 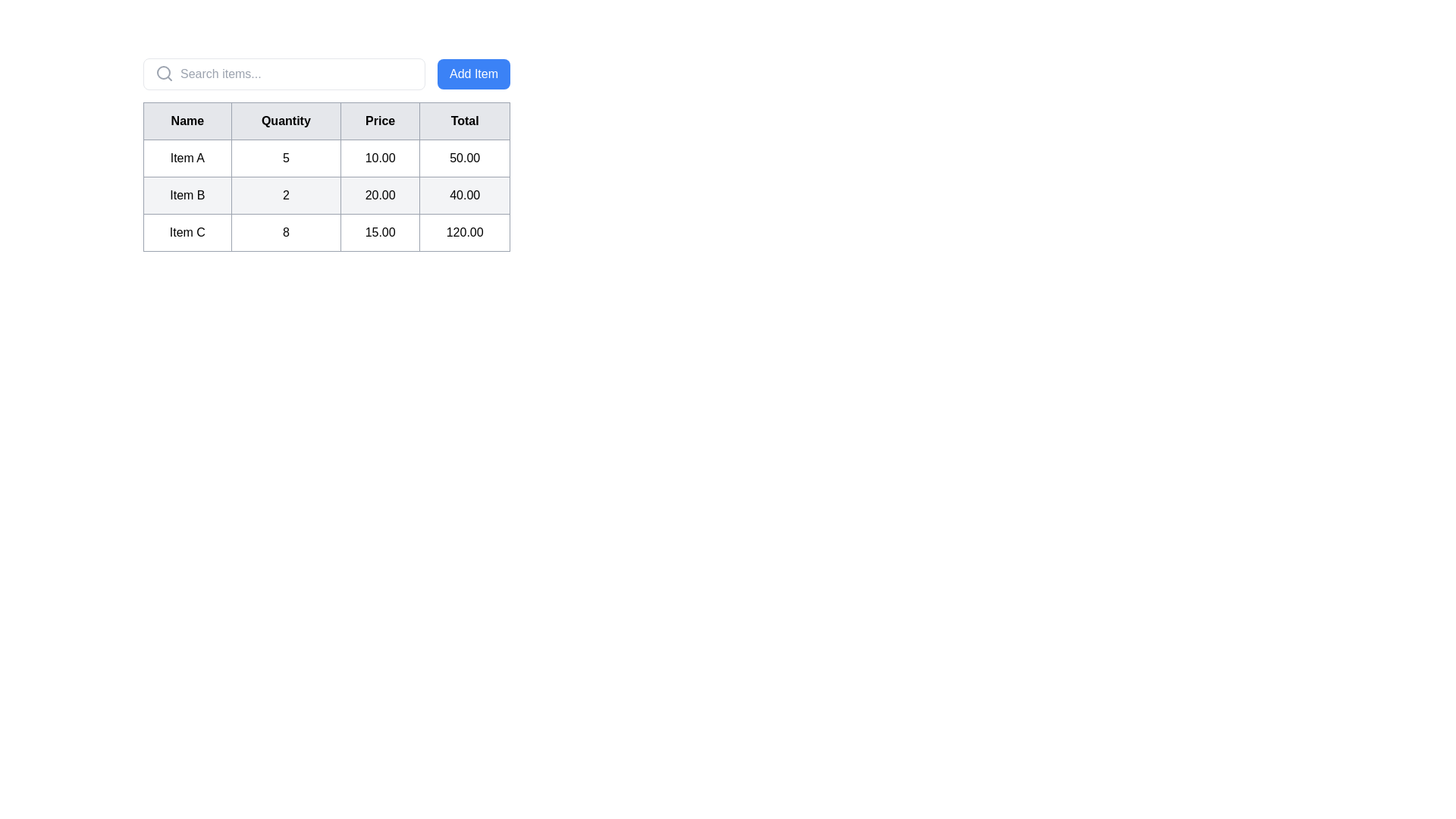 I want to click on the static display text showing '40.00' located in the fourth column of the second row of the table, which is styled with center-aligned text and bordered within a grid layout, so click(x=464, y=195).